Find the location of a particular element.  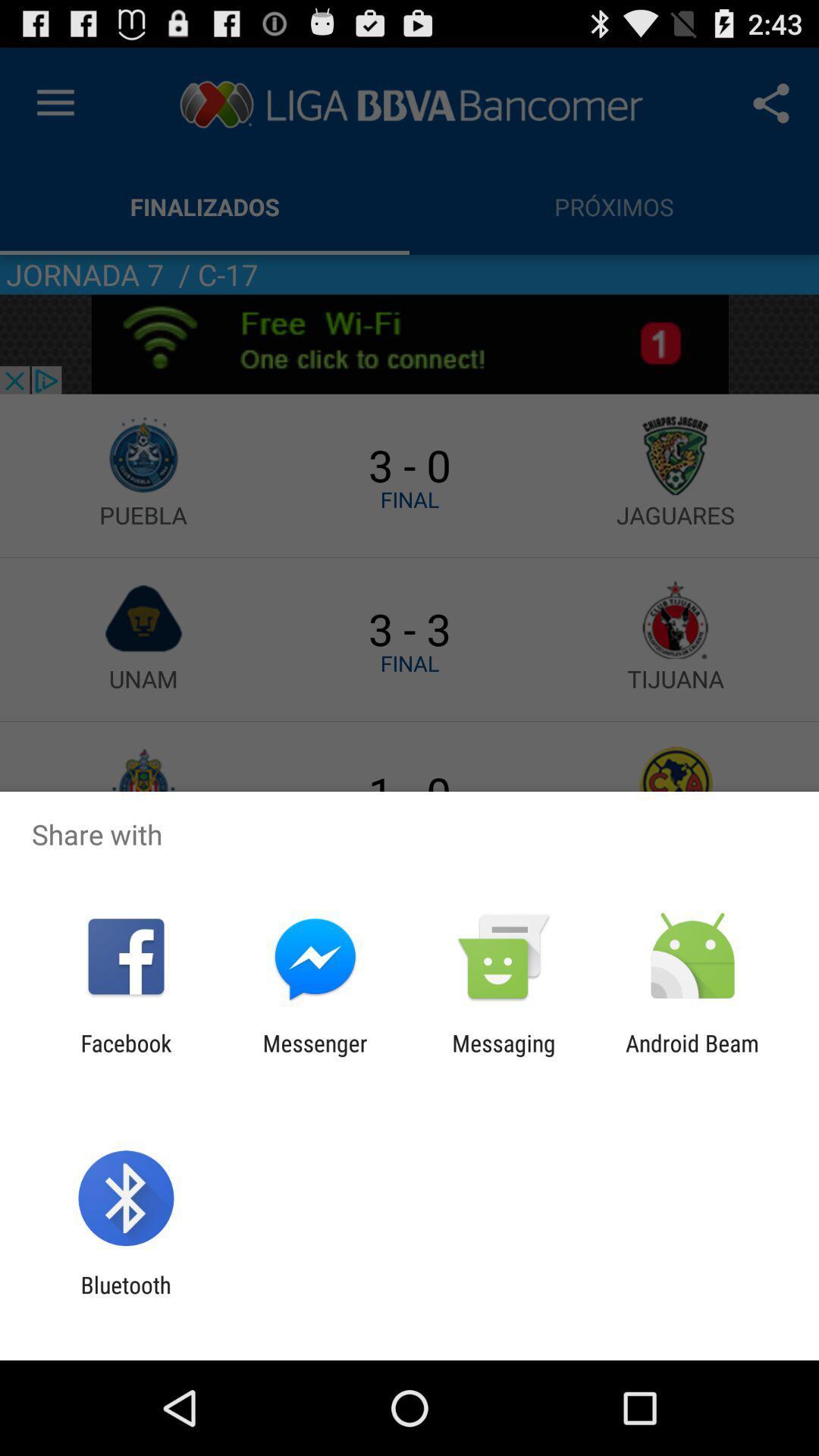

the item to the right of messenger item is located at coordinates (504, 1056).